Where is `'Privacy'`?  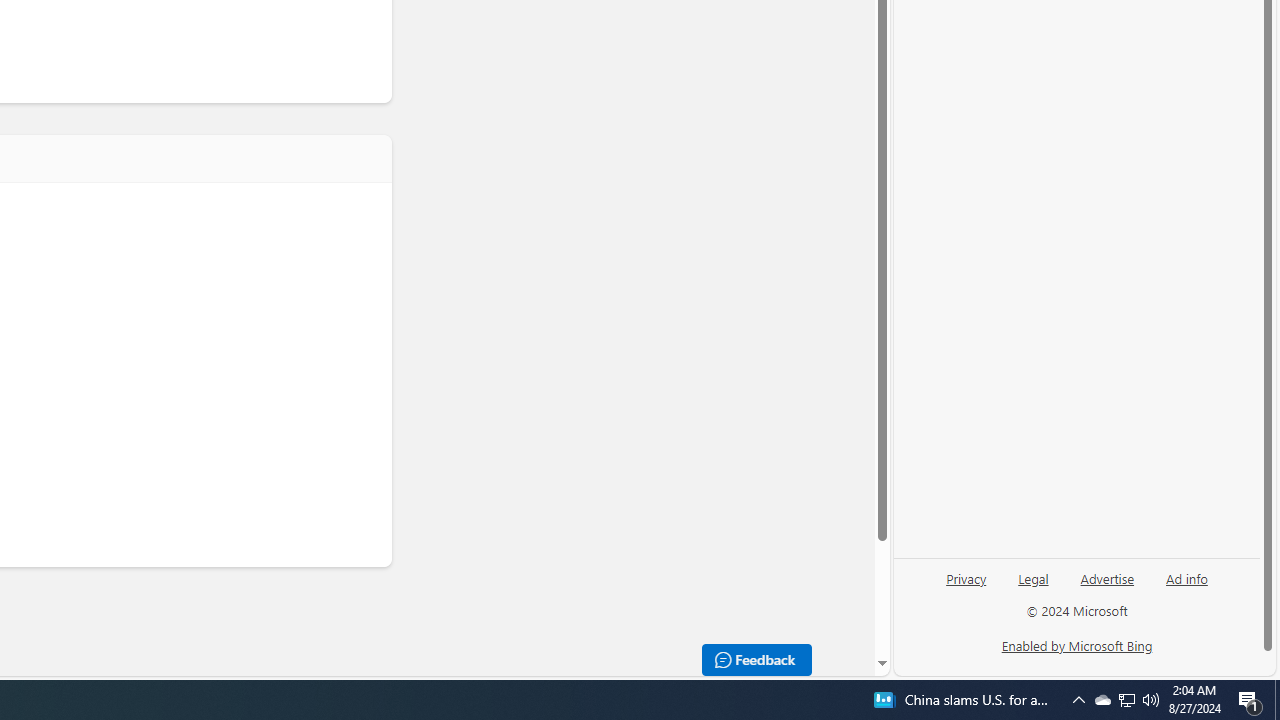
'Privacy' is located at coordinates (967, 585).